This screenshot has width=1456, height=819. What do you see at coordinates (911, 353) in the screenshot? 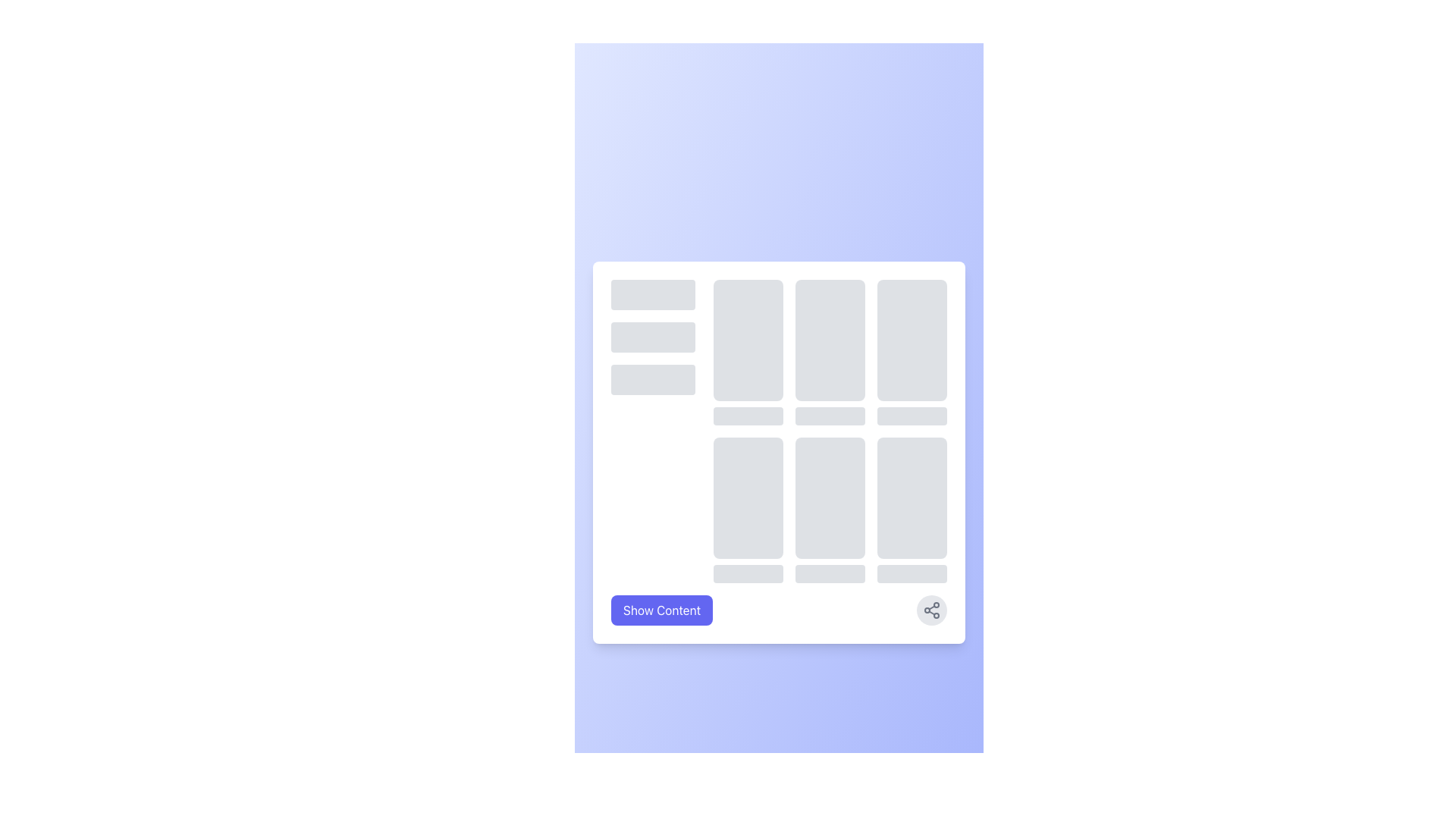
I see `the Placeholder element, which is a light gray rectangle with rounded corners located in the third column of the first row of a grid layout` at bounding box center [911, 353].